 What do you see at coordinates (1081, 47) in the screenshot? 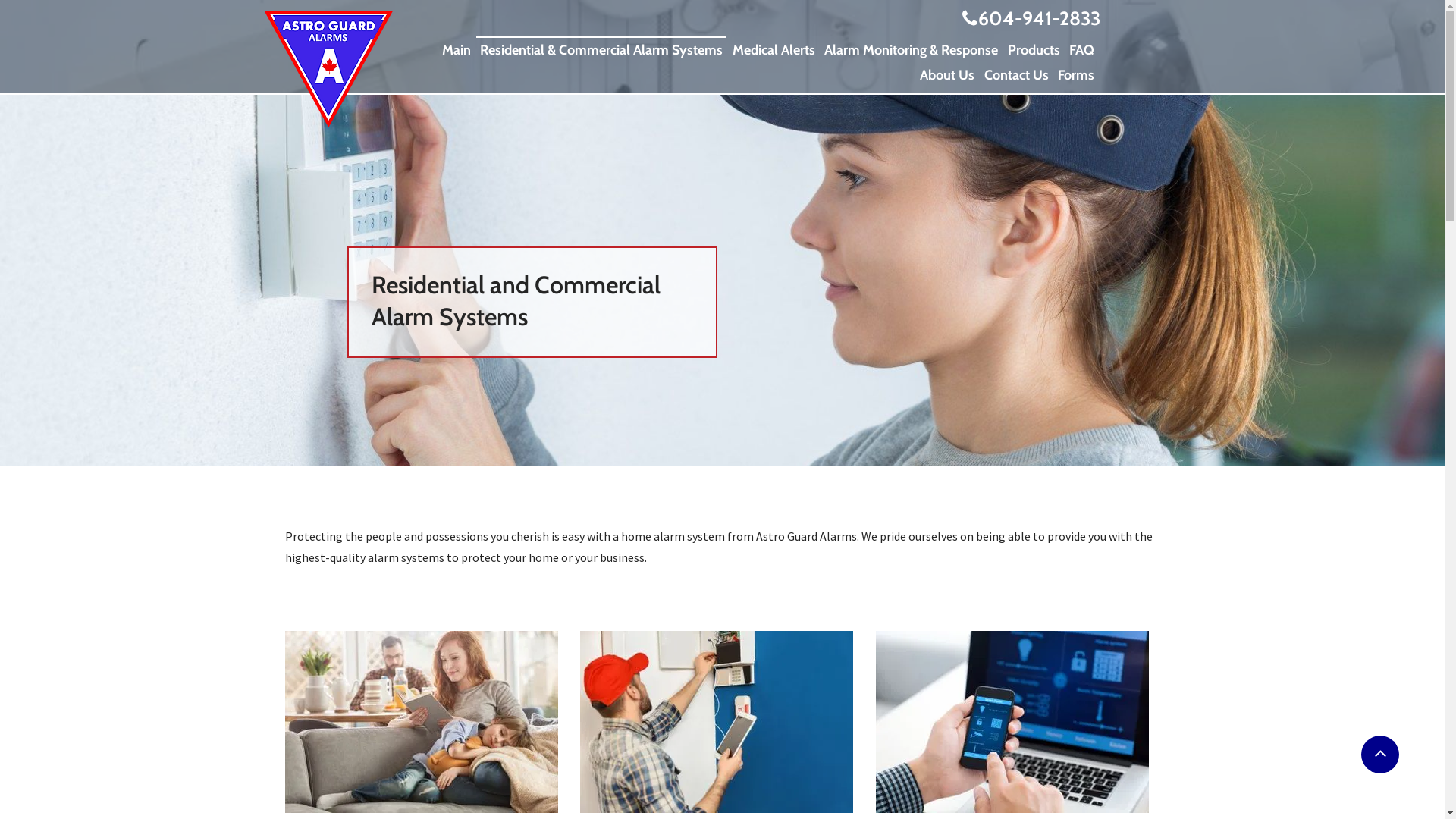
I see `'FAQ'` at bounding box center [1081, 47].